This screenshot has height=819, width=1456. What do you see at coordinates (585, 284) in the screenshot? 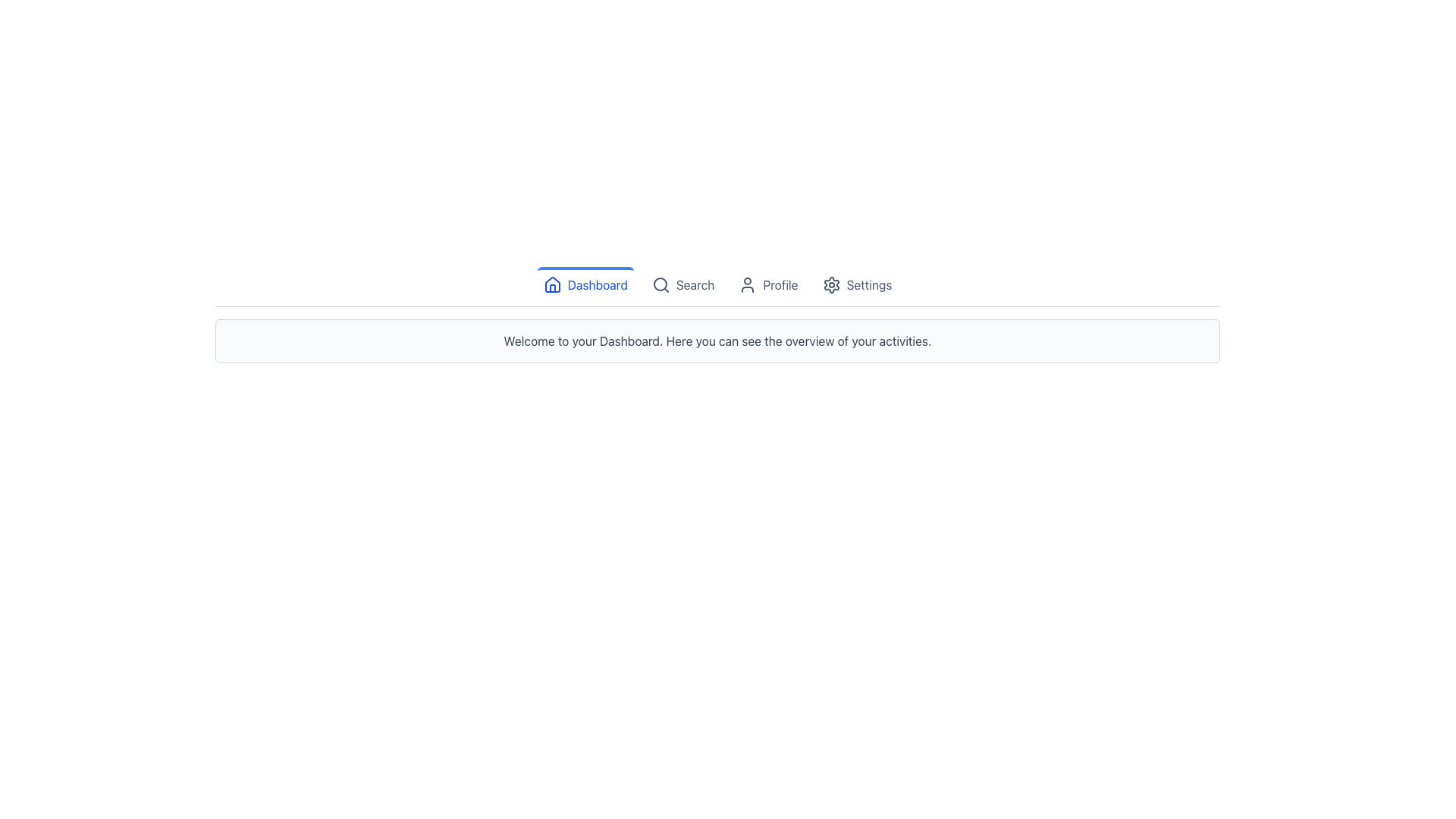
I see `the blue 'Dashboard' button with a house icon` at bounding box center [585, 284].